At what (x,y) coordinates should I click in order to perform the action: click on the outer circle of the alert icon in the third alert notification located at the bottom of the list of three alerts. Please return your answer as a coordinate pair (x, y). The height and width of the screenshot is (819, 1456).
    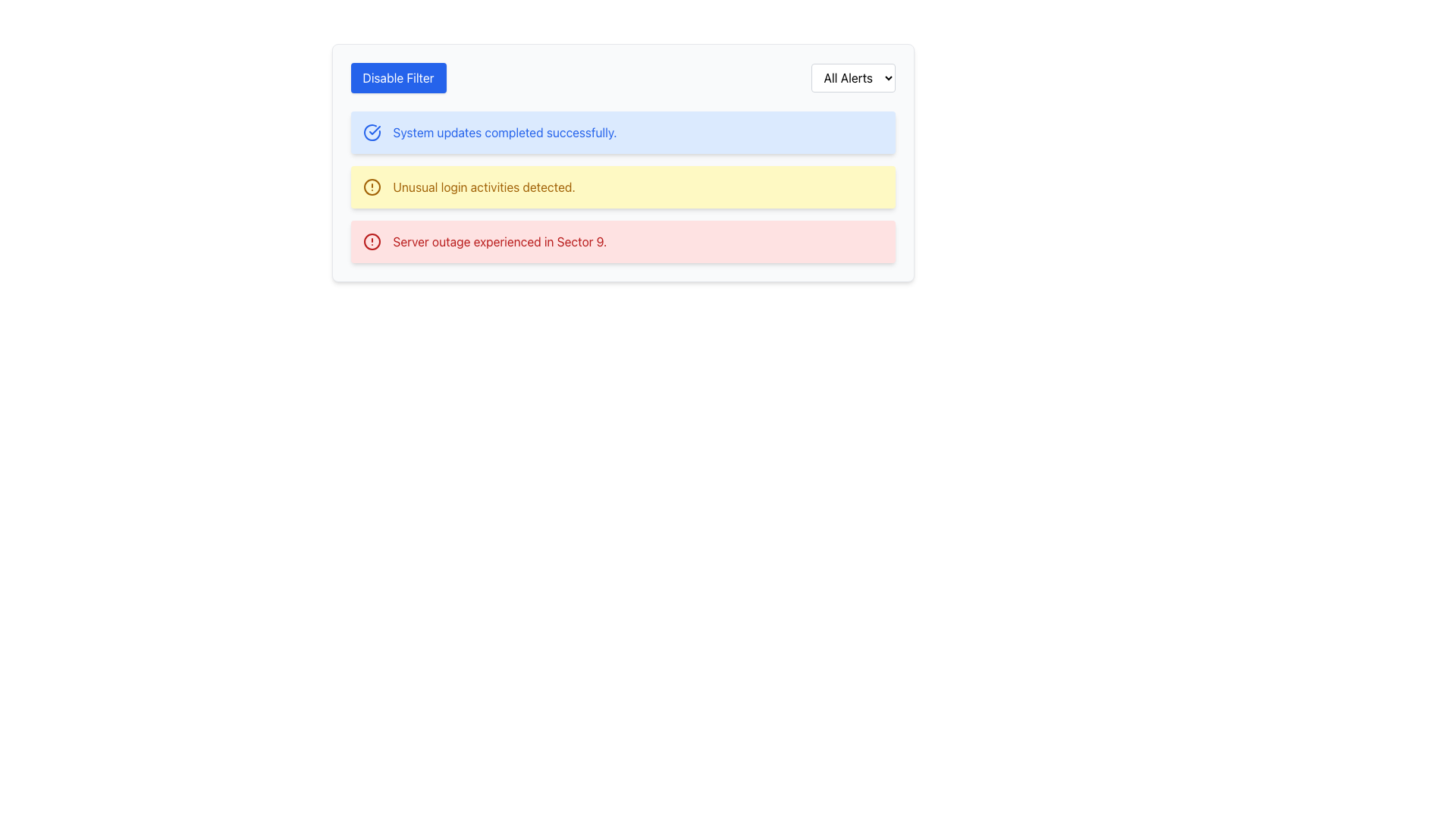
    Looking at the image, I should click on (372, 241).